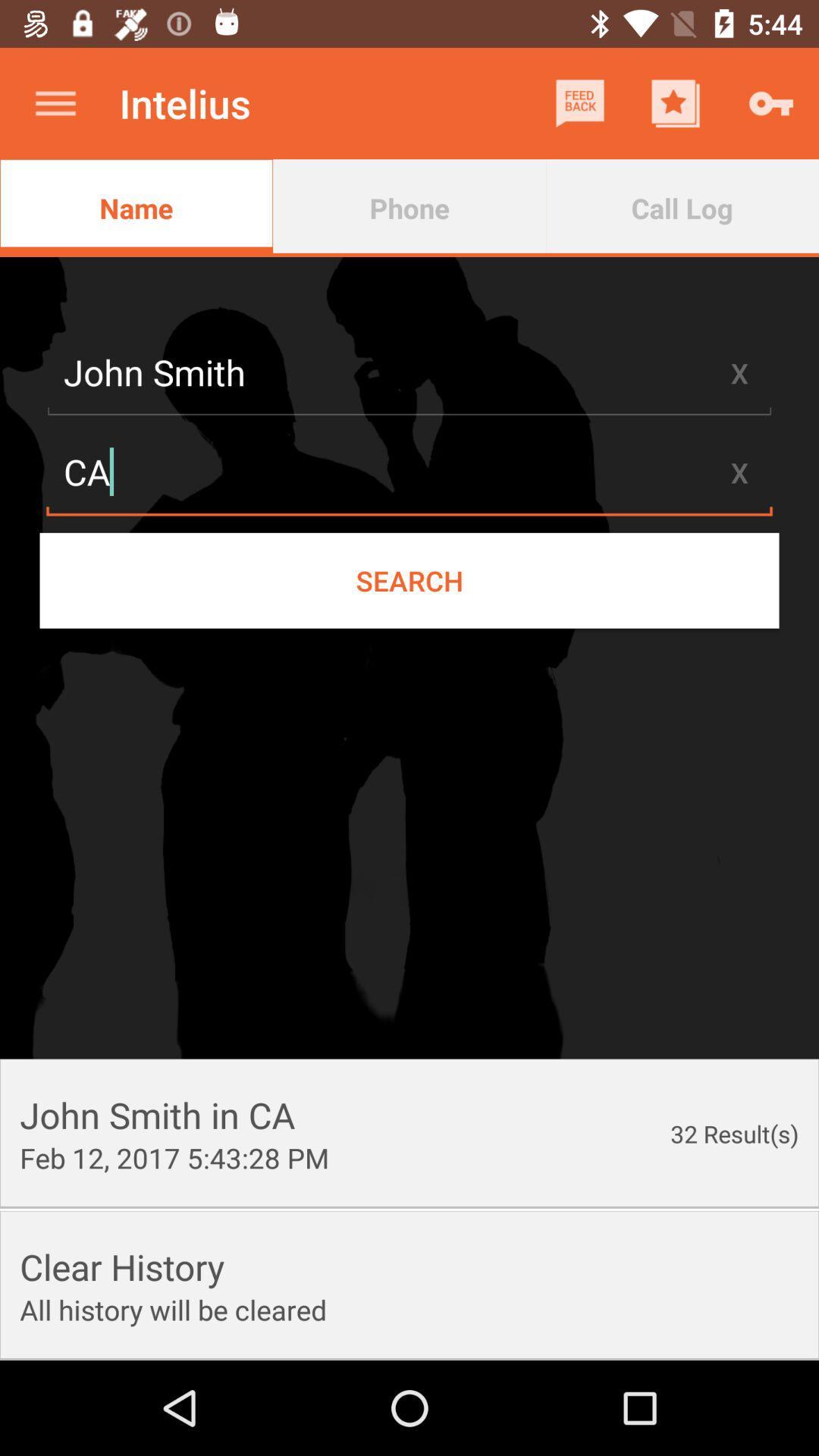 This screenshot has height=1456, width=819. What do you see at coordinates (174, 1156) in the screenshot?
I see `icon below the john smith in` at bounding box center [174, 1156].